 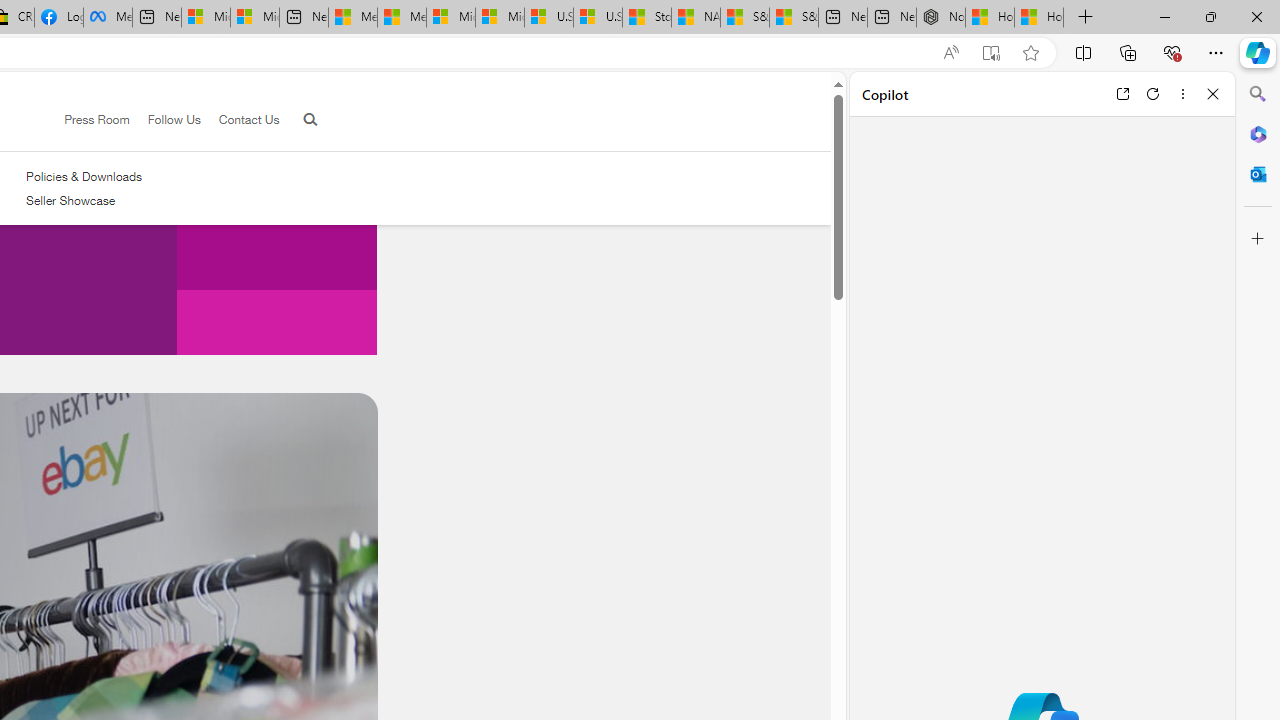 What do you see at coordinates (83, 176) in the screenshot?
I see `'Policies & Downloads'` at bounding box center [83, 176].